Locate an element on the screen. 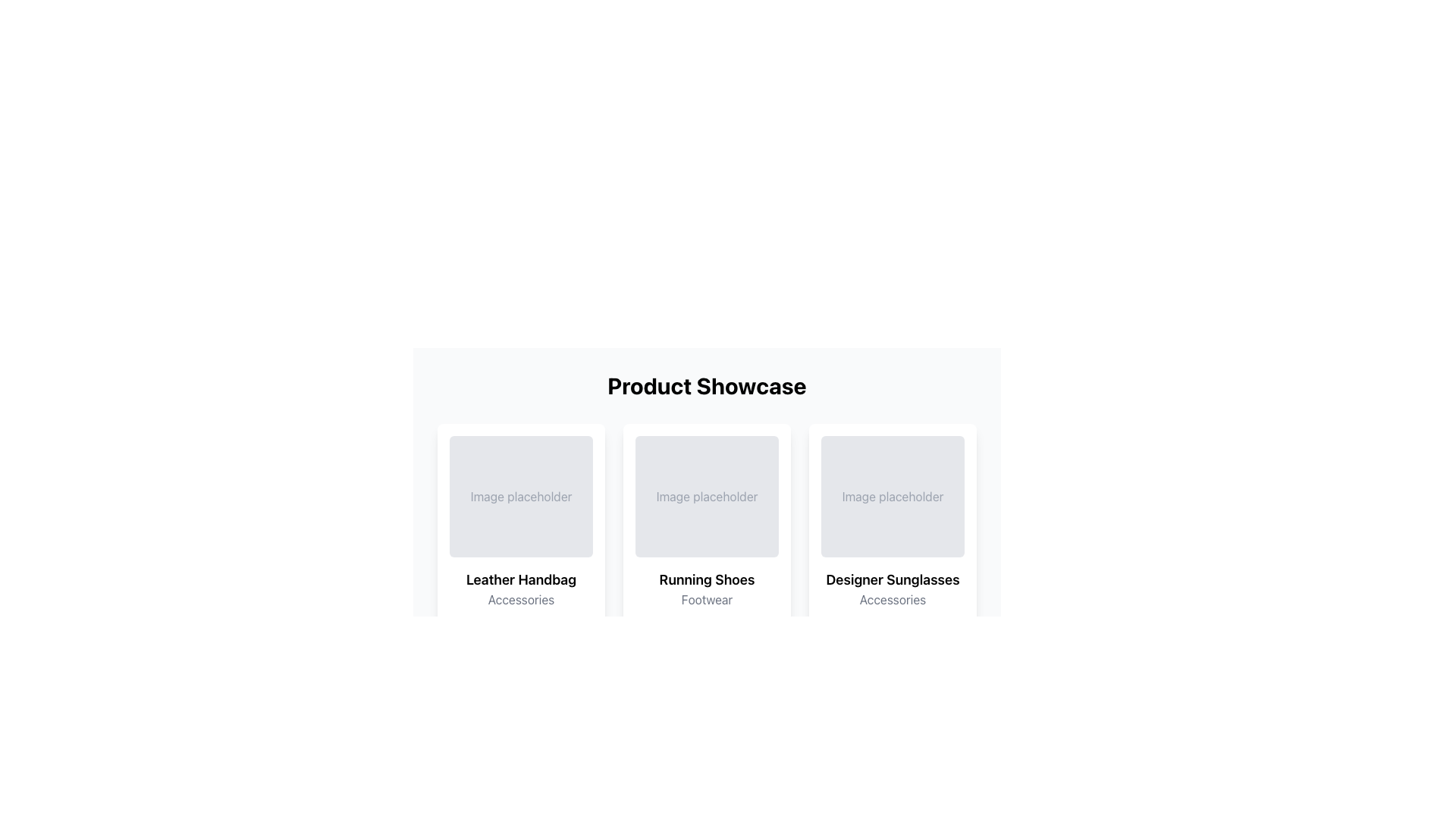  text of the label displaying 'Image placeholder', which is centered within the leftmost card in the 'Product Showcase' section is located at coordinates (521, 497).